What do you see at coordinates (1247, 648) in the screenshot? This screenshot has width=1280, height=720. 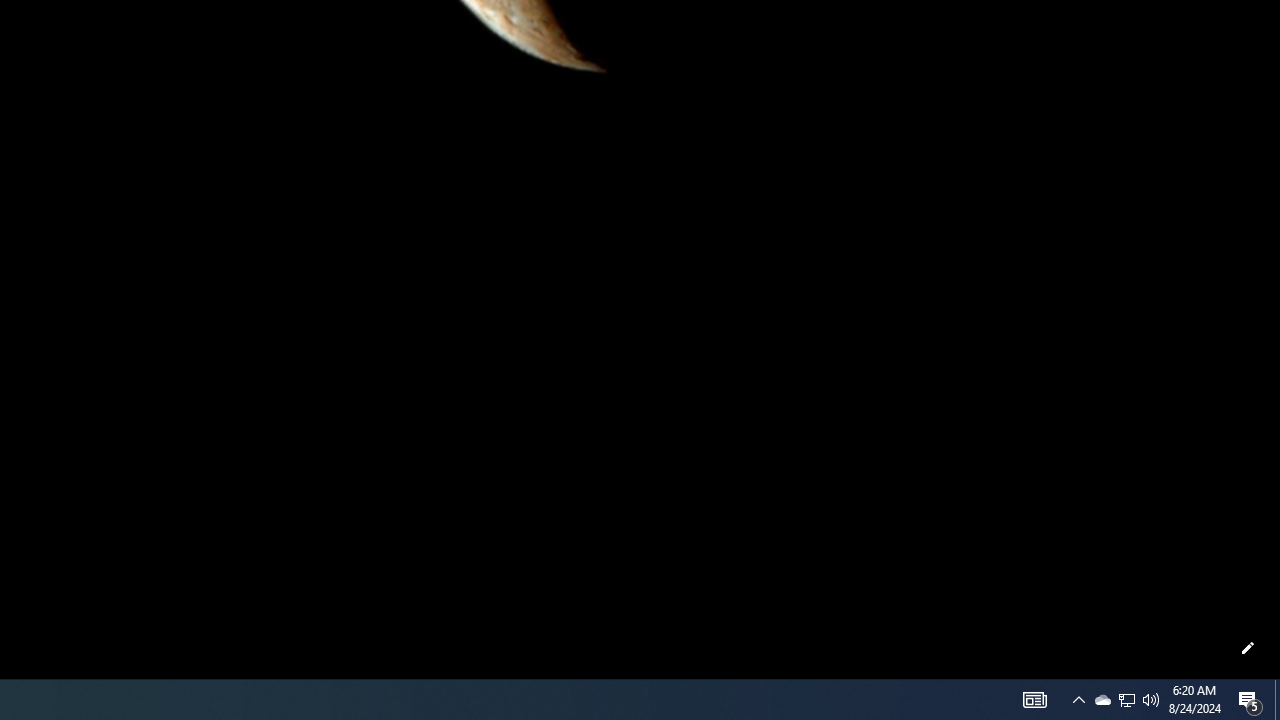 I see `'Customize this page'` at bounding box center [1247, 648].